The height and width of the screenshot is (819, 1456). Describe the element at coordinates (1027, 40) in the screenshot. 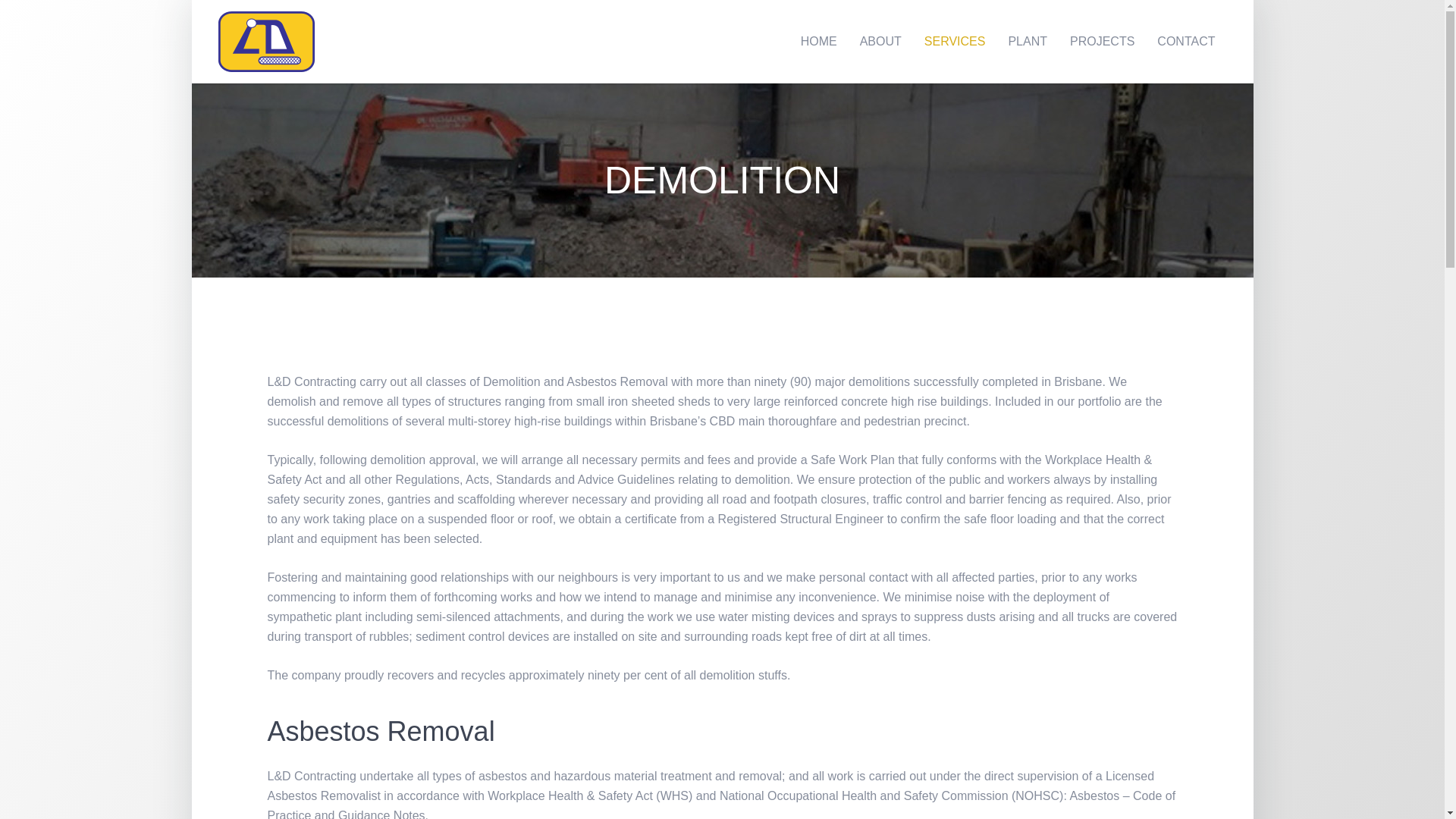

I see `'PLANT'` at that location.